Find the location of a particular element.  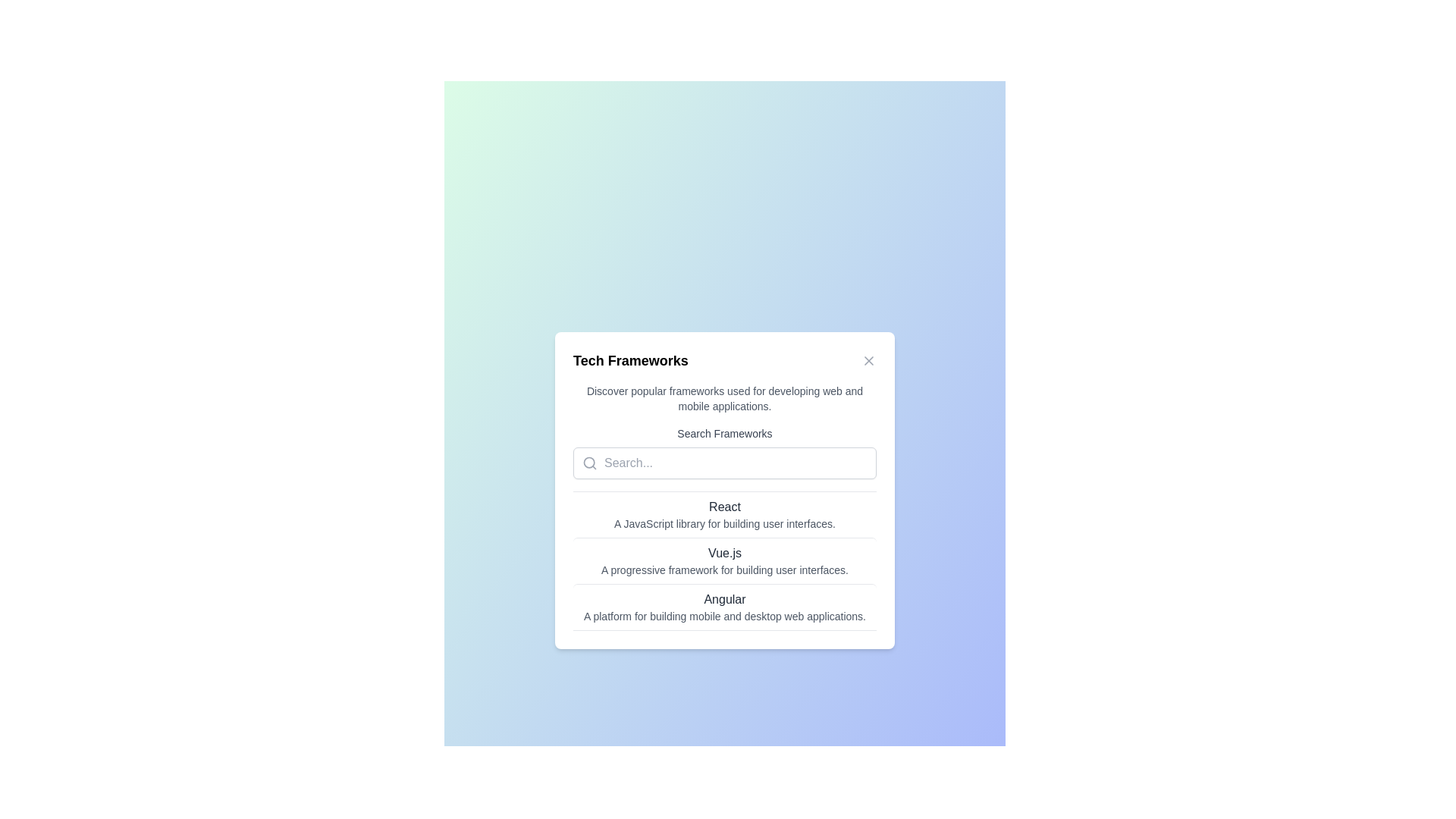

description on the informational card about the Vue.js framework, which is the second entry in a vertical list of three items is located at coordinates (723, 560).